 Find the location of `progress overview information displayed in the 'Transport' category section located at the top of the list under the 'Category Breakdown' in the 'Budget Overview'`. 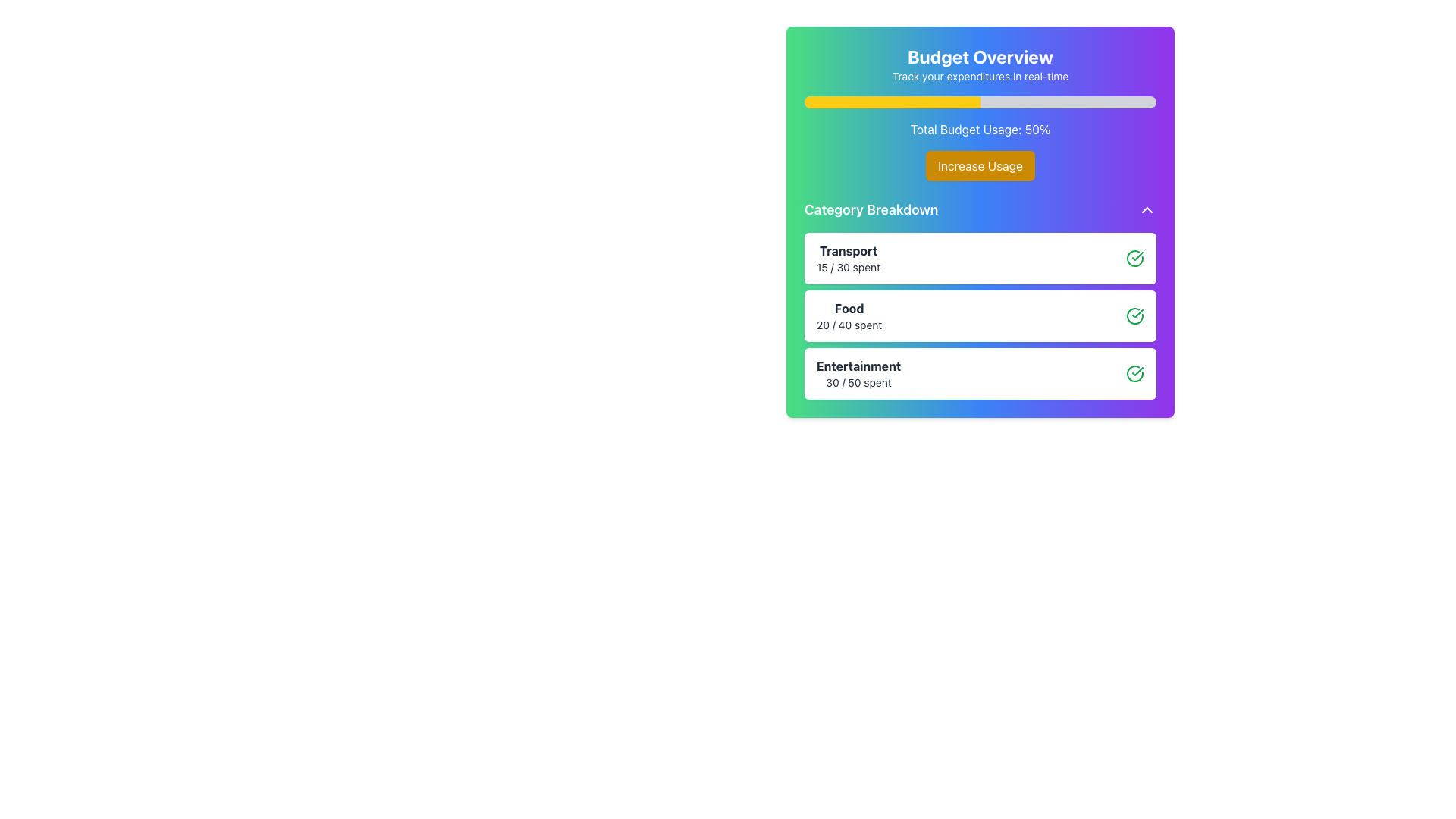

progress overview information displayed in the 'Transport' category section located at the top of the list under the 'Category Breakdown' in the 'Budget Overview' is located at coordinates (980, 257).